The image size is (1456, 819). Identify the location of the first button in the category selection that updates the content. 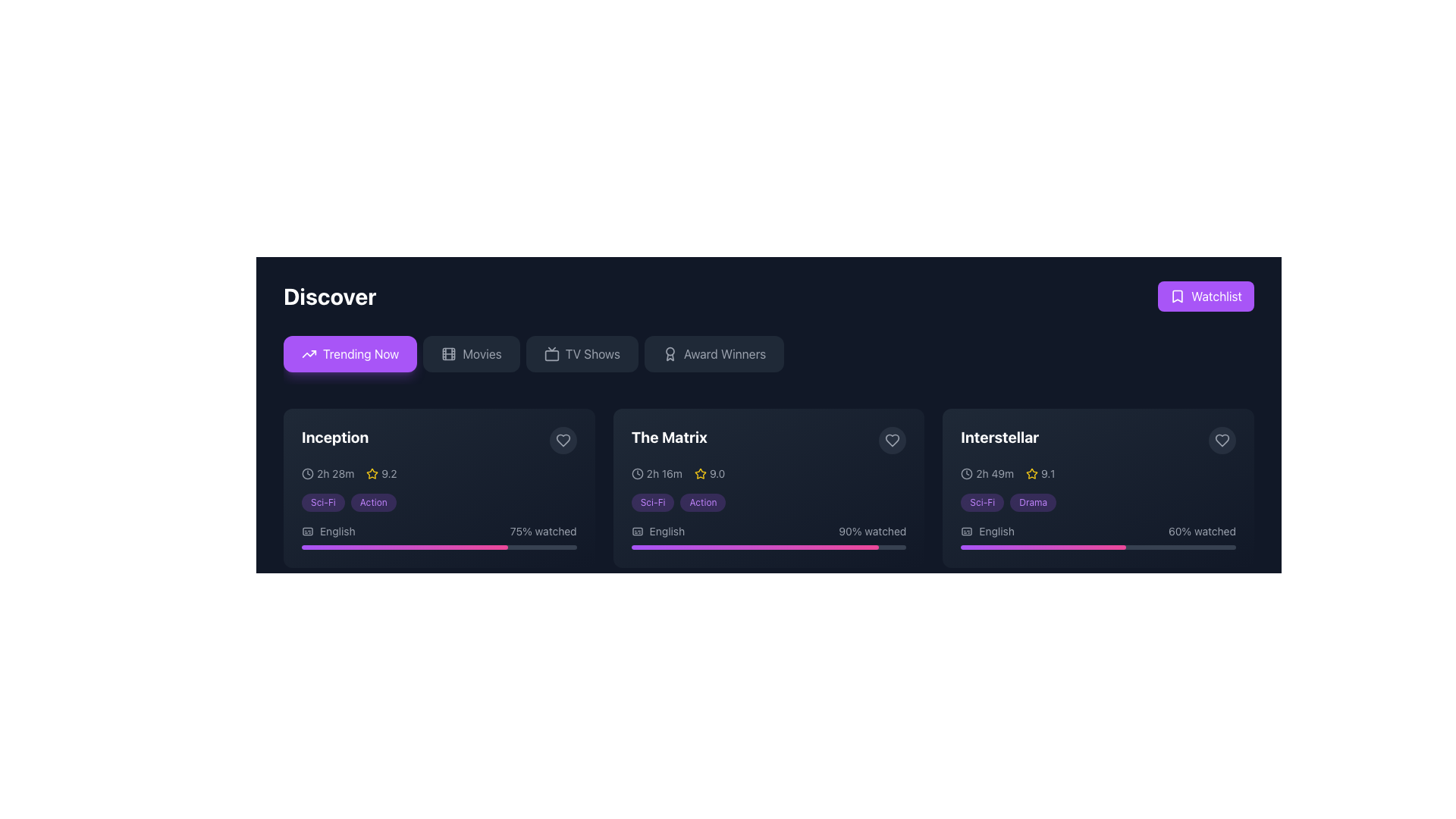
(350, 353).